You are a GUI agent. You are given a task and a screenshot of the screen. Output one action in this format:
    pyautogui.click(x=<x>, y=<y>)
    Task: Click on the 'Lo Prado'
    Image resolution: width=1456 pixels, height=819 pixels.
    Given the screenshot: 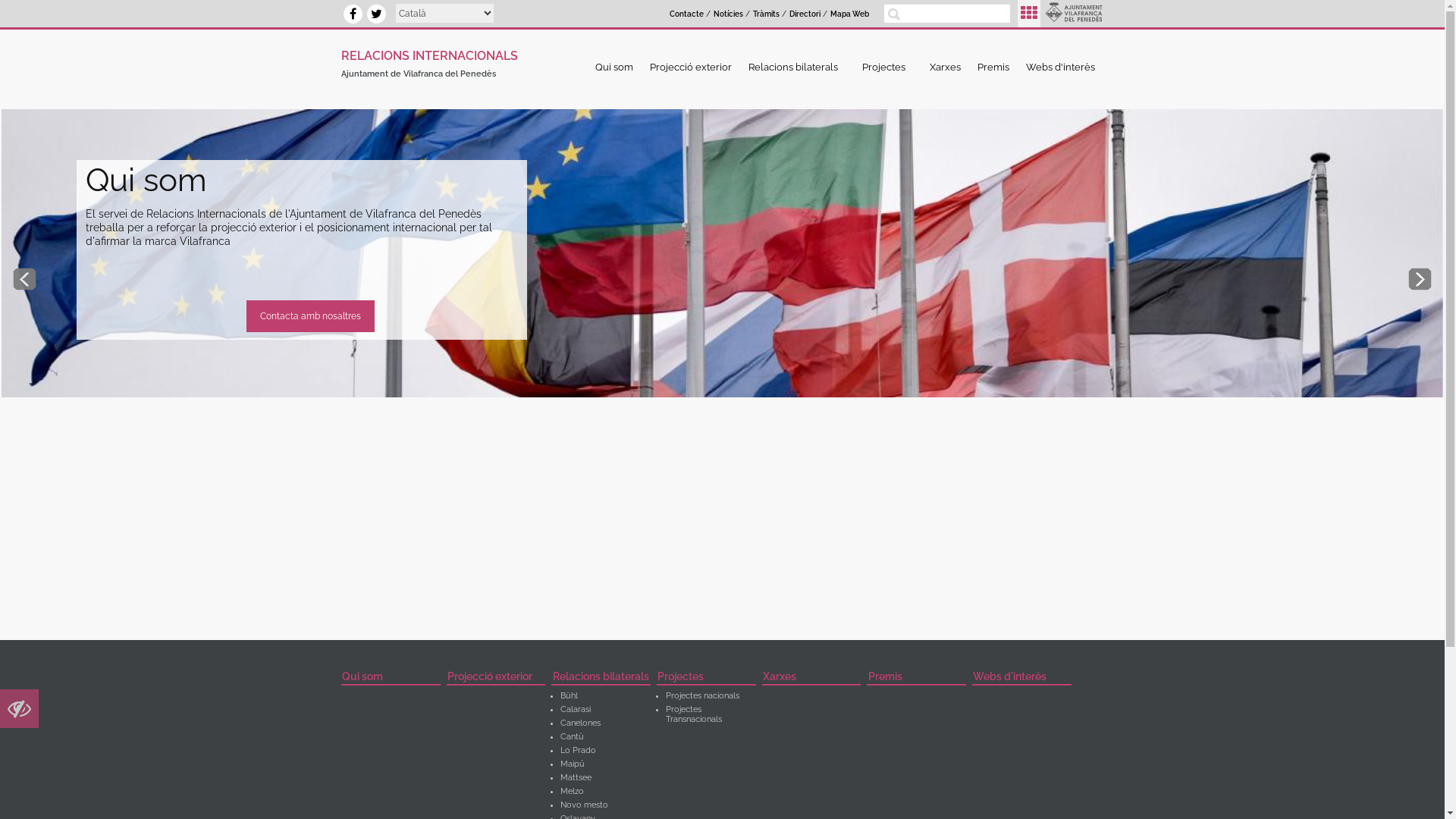 What is the action you would take?
    pyautogui.click(x=577, y=749)
    